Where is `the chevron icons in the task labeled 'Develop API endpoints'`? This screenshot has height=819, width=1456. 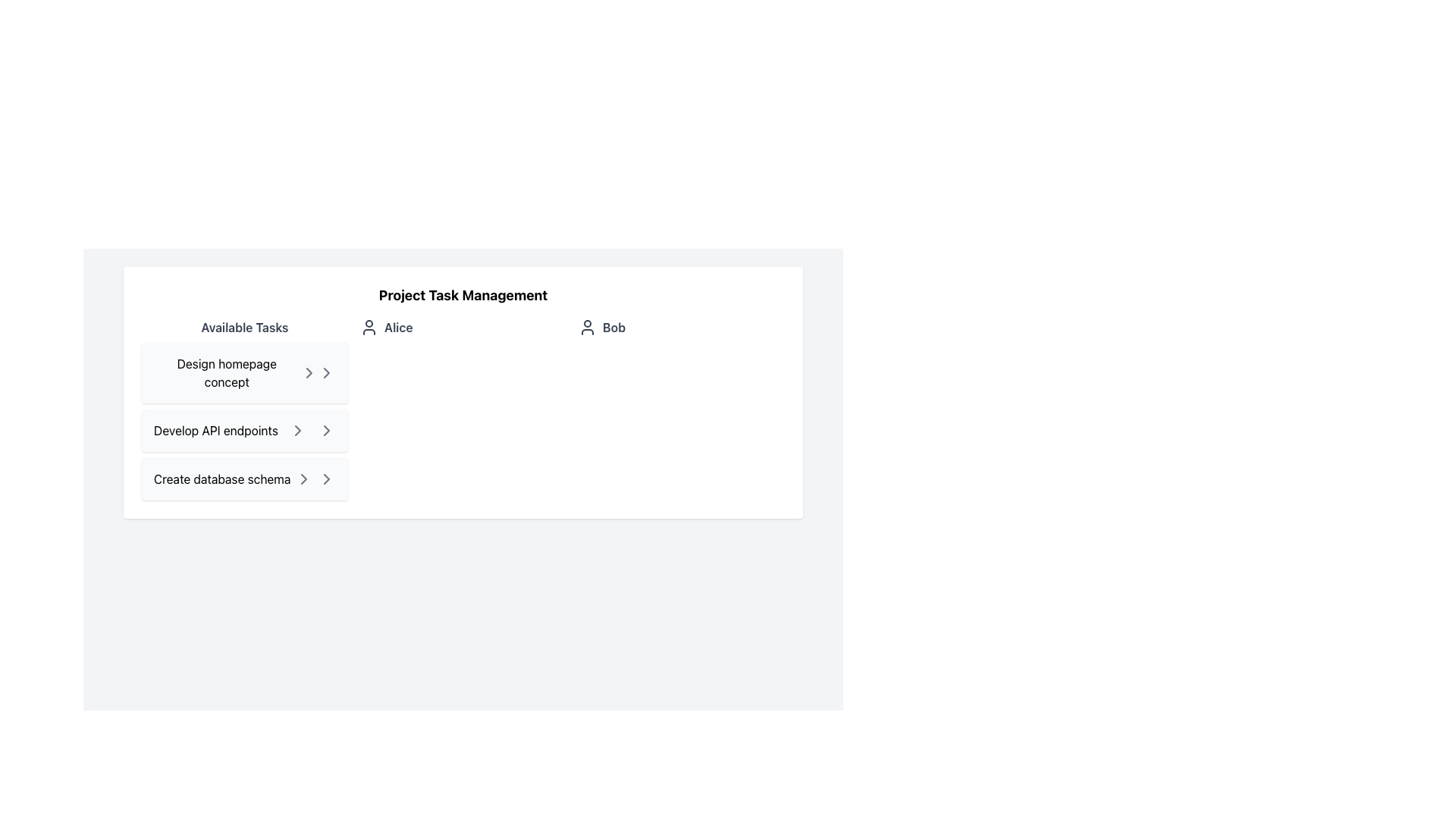
the chevron icons in the task labeled 'Develop API endpoints' is located at coordinates (244, 430).